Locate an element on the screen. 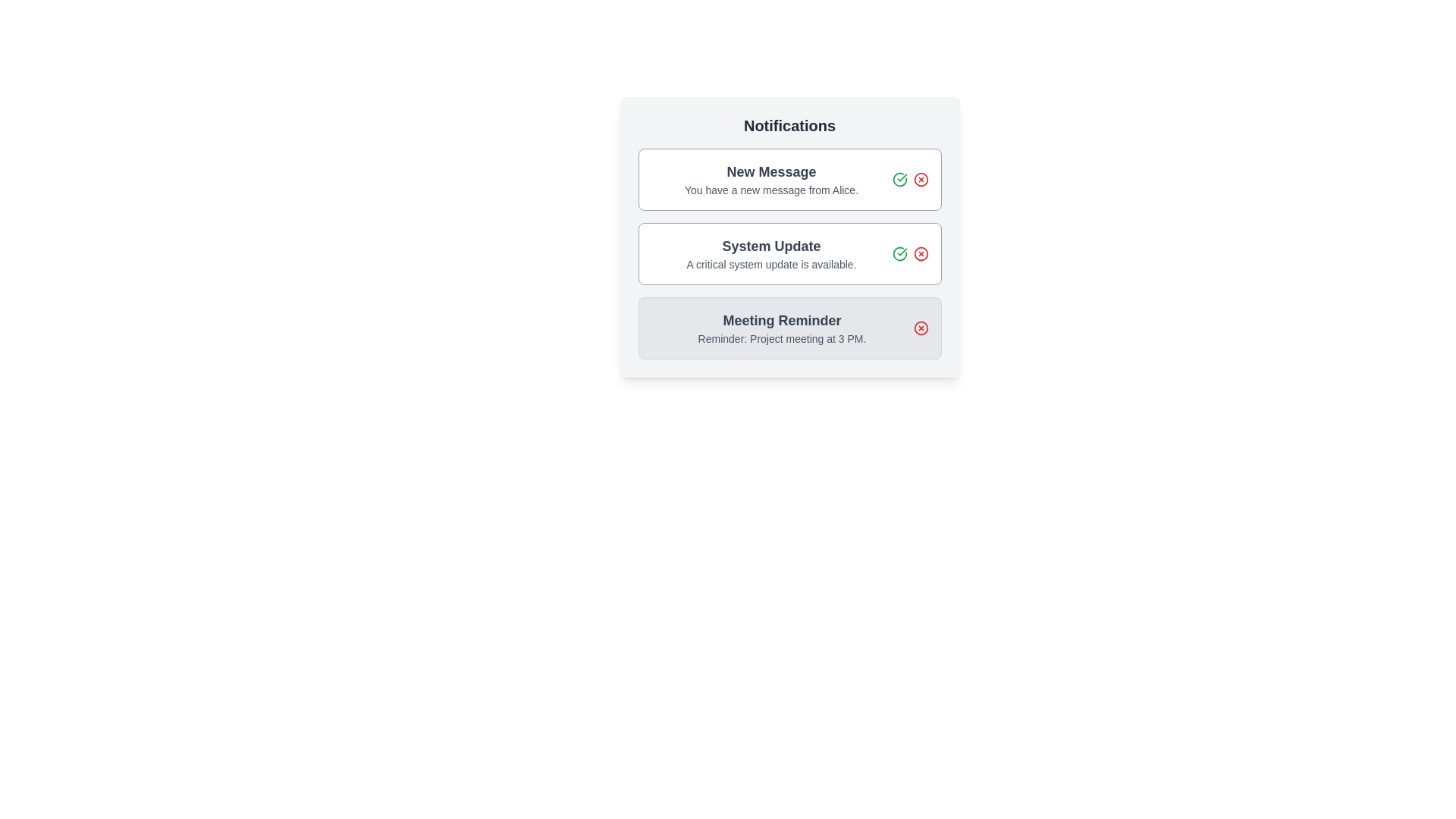  green check button to mark the notification as read is located at coordinates (899, 178).